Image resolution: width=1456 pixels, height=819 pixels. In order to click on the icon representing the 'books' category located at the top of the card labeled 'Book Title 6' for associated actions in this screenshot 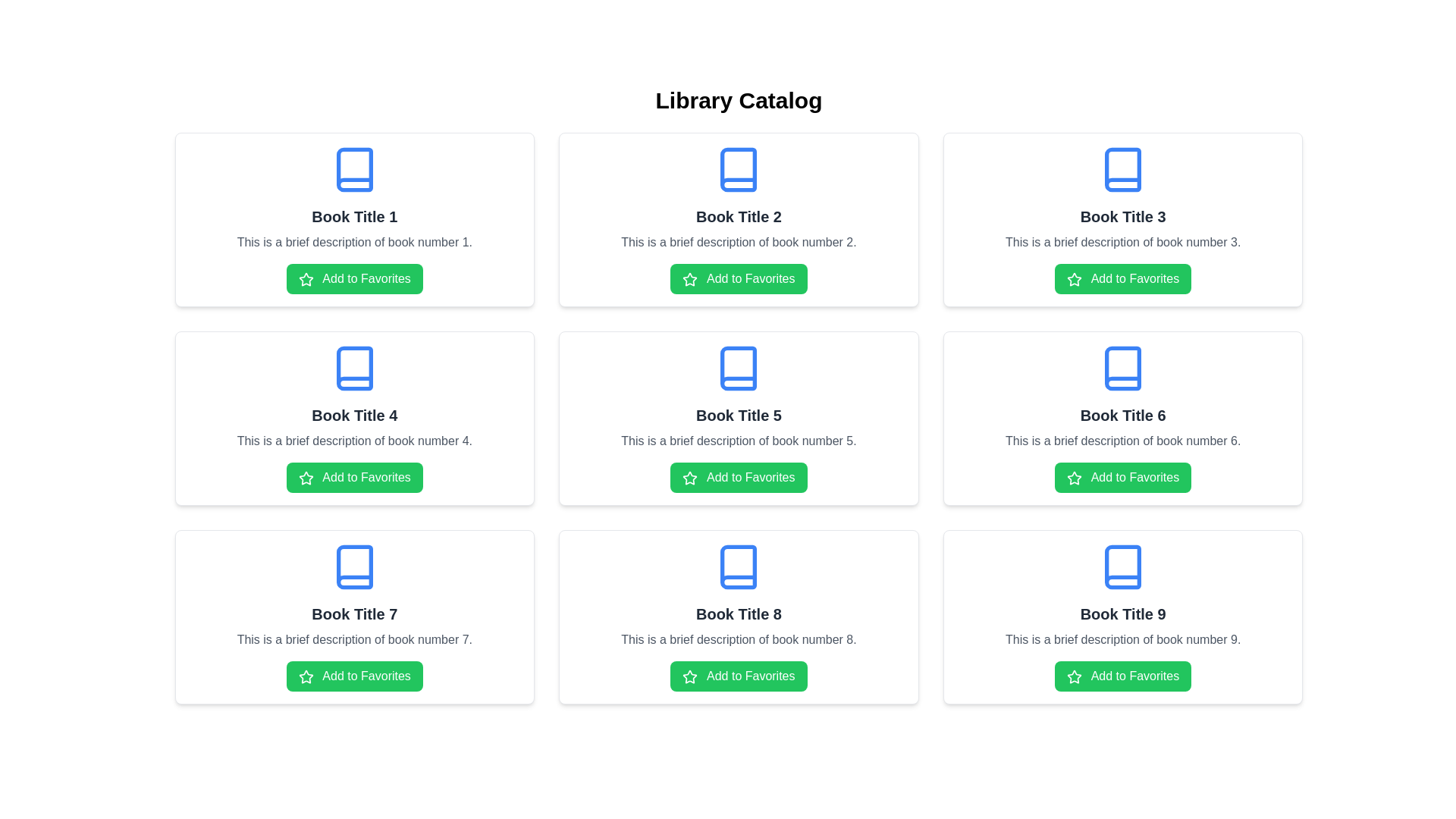, I will do `click(1123, 369)`.